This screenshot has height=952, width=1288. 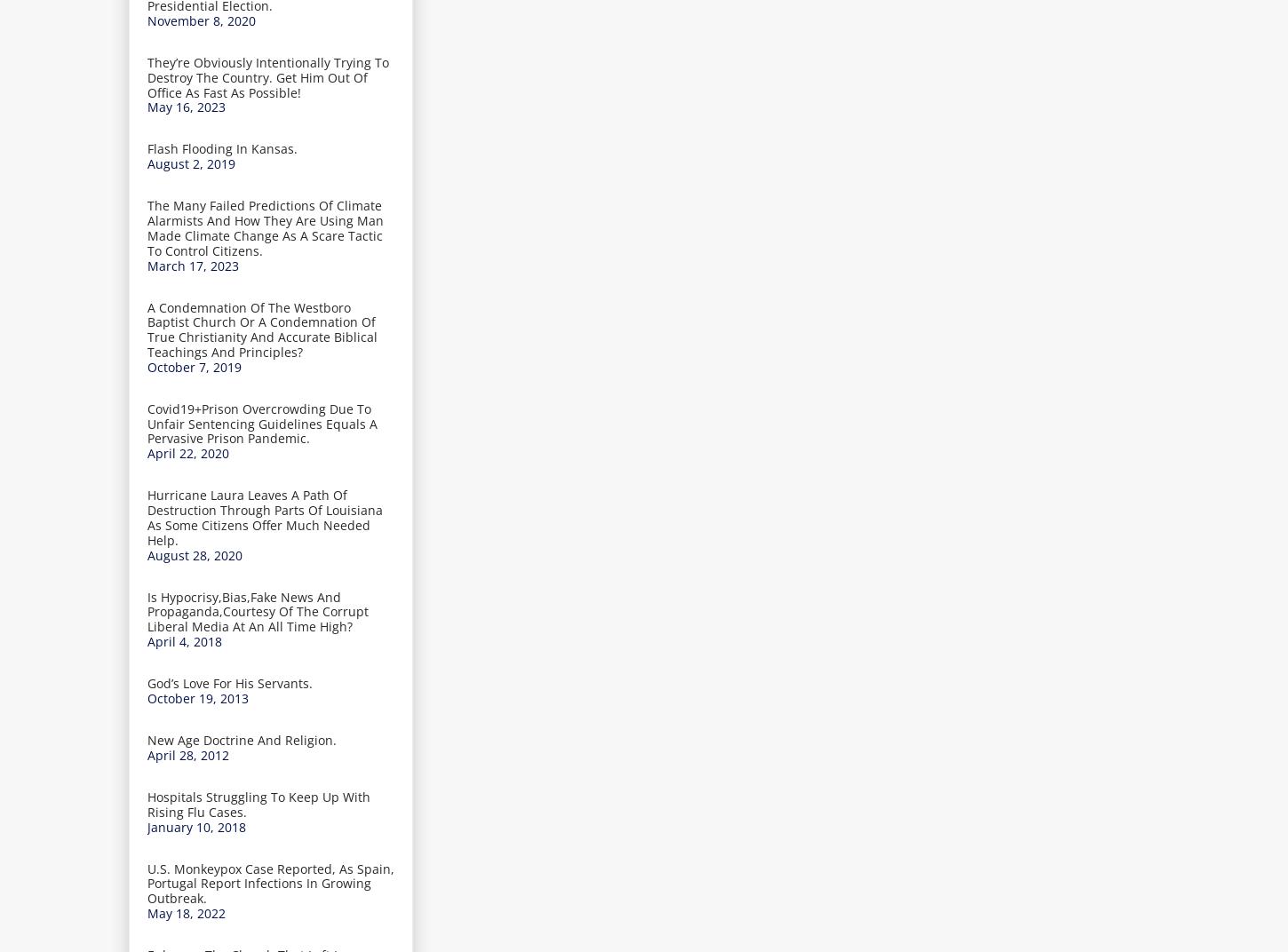 What do you see at coordinates (258, 803) in the screenshot?
I see `'Hospitals Struggling To Keep Up With Rising Flu Cases.'` at bounding box center [258, 803].